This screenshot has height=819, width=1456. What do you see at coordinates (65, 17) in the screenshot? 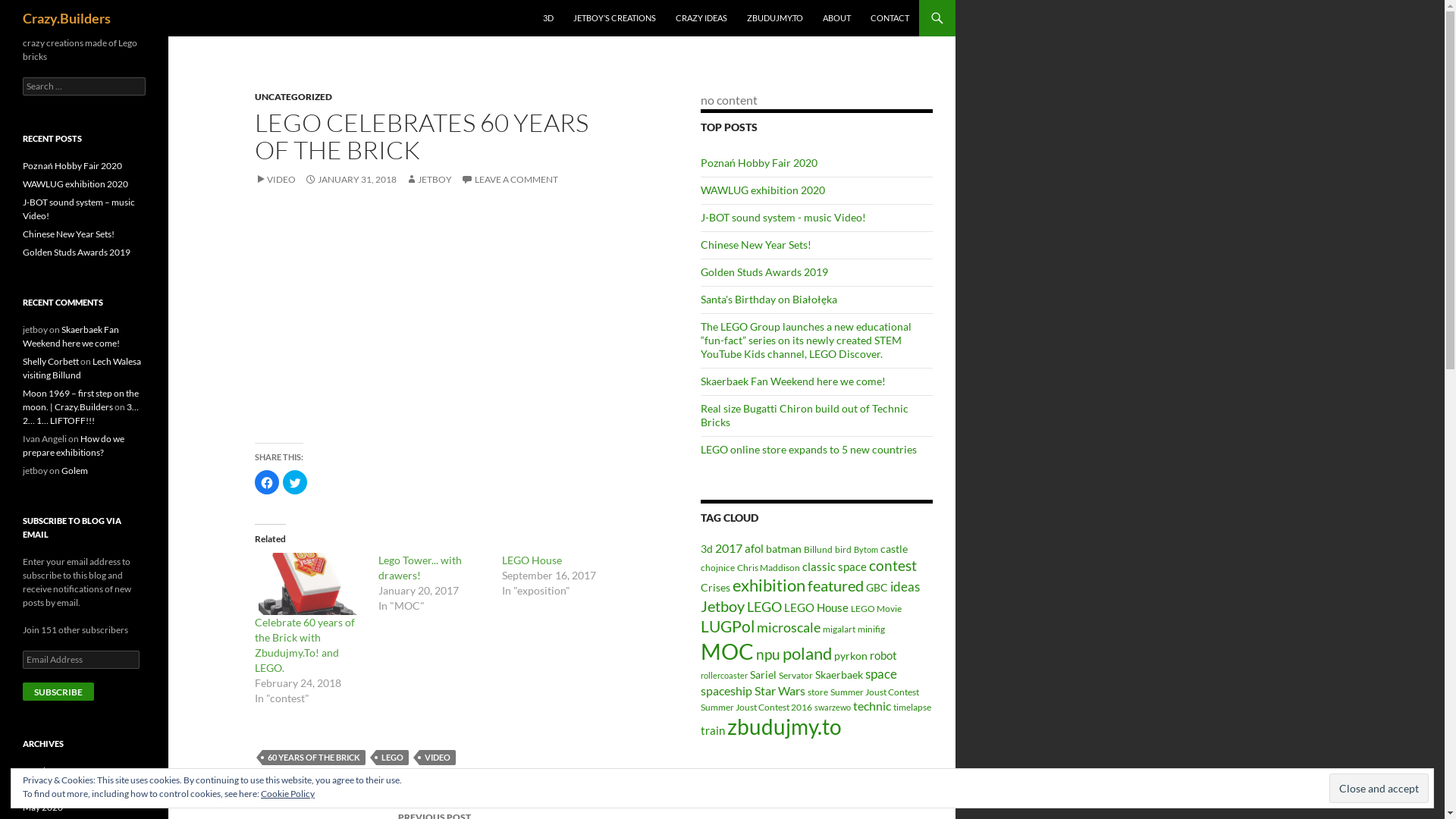
I see `'Crazy.Builders'` at bounding box center [65, 17].